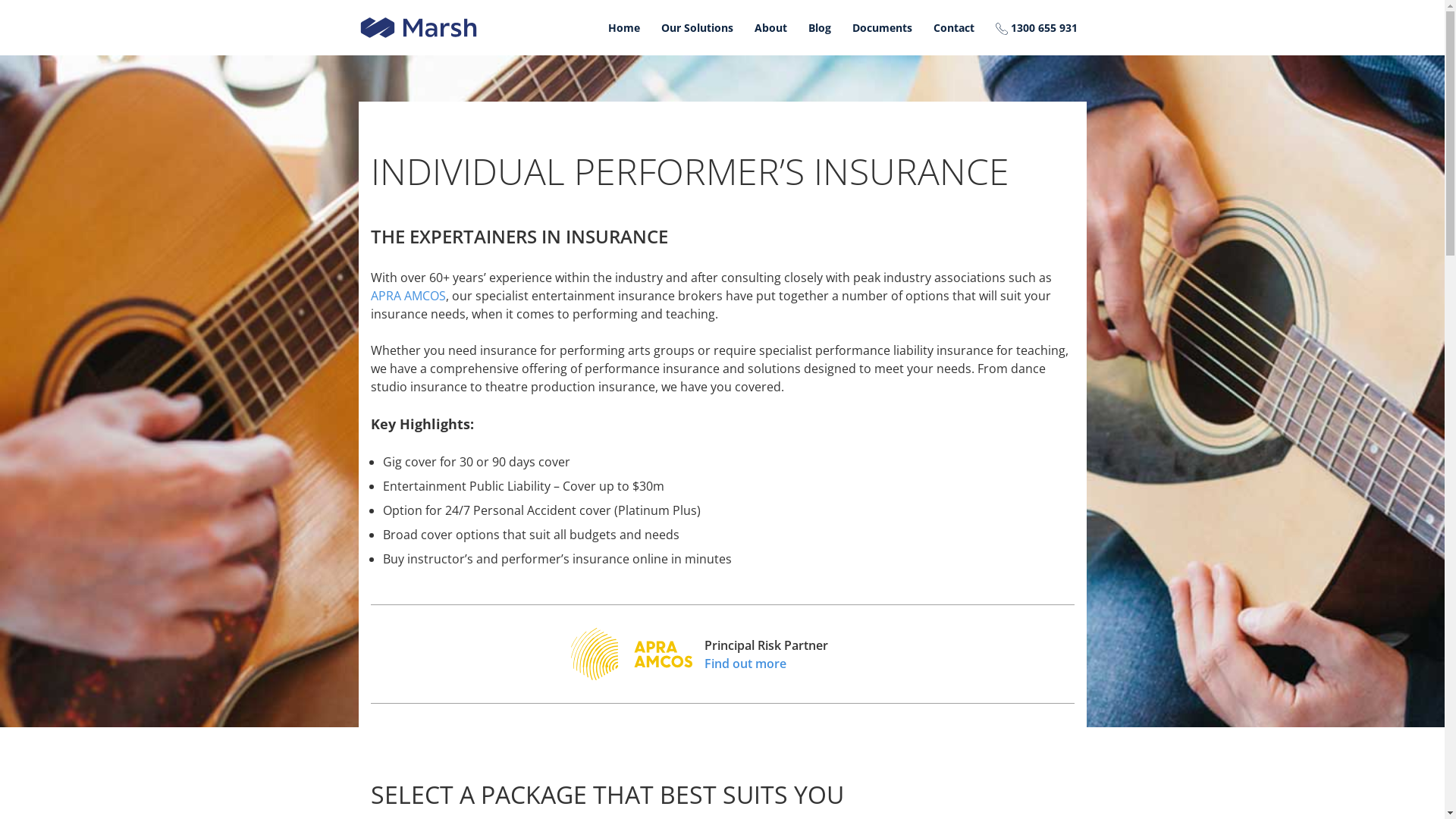  Describe the element at coordinates (986, 28) in the screenshot. I see `'1300 655 931'` at that location.